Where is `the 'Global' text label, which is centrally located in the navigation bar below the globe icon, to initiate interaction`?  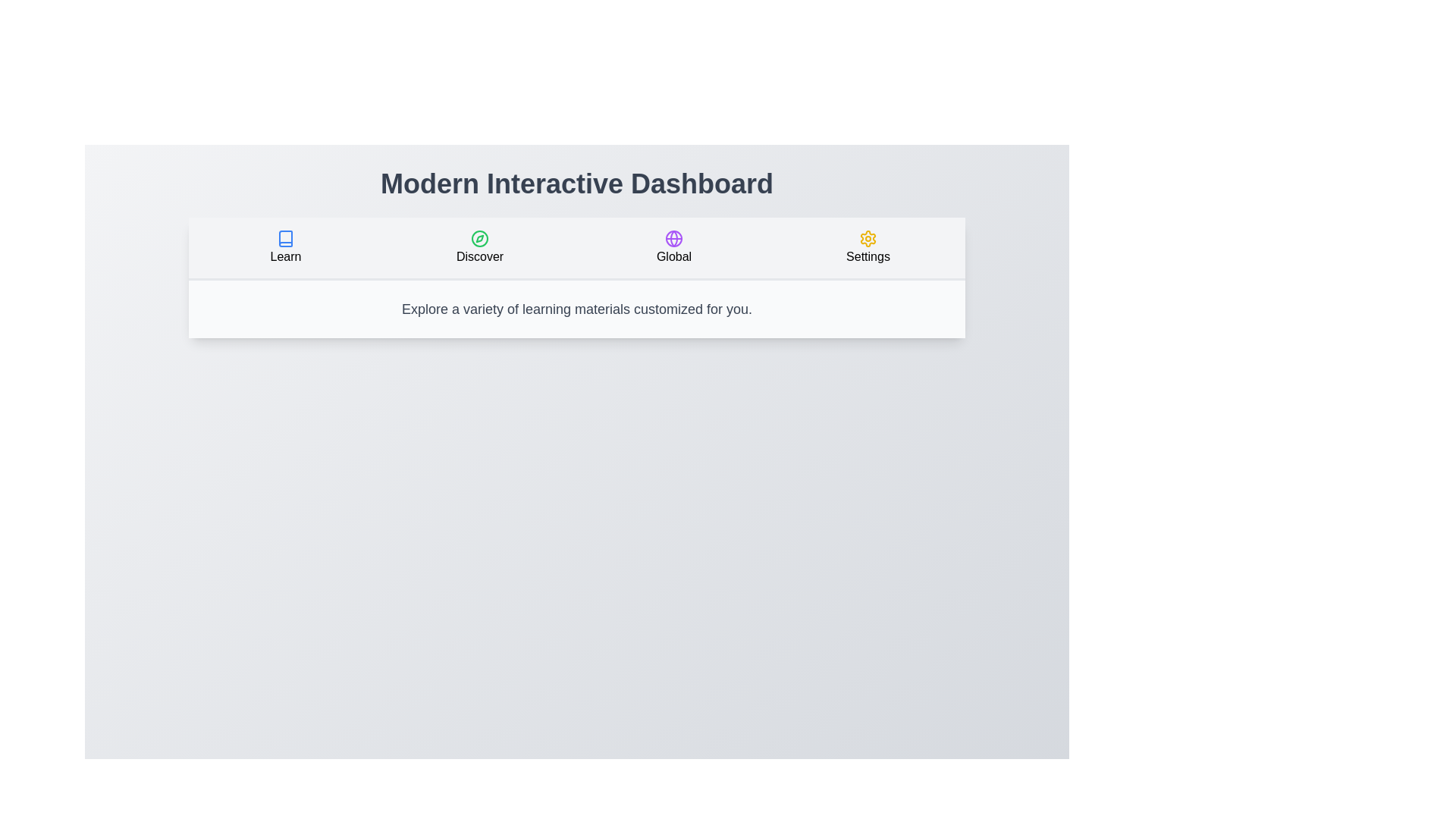
the 'Global' text label, which is centrally located in the navigation bar below the globe icon, to initiate interaction is located at coordinates (673, 256).